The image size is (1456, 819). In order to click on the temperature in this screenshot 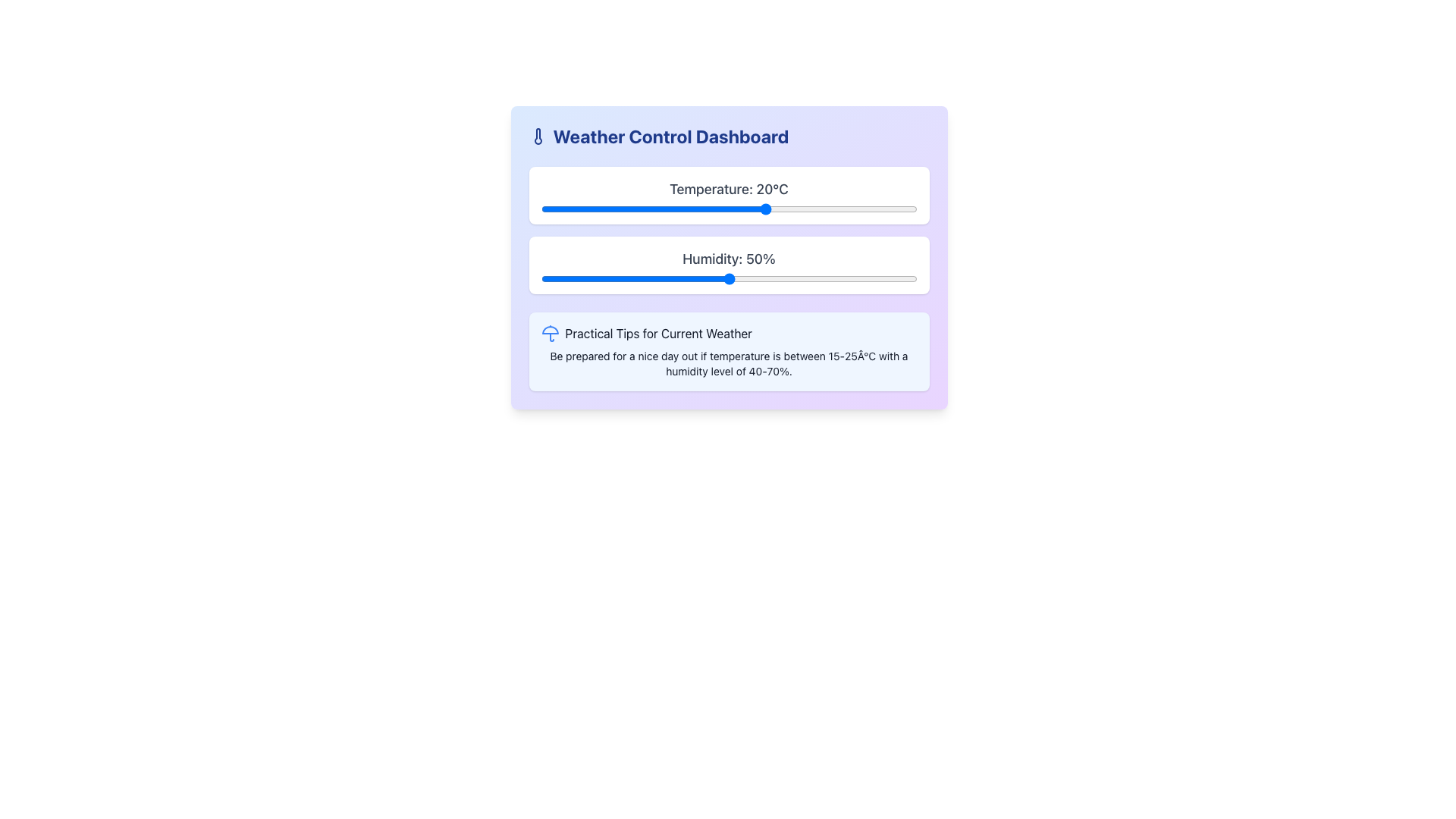, I will do `click(698, 209)`.